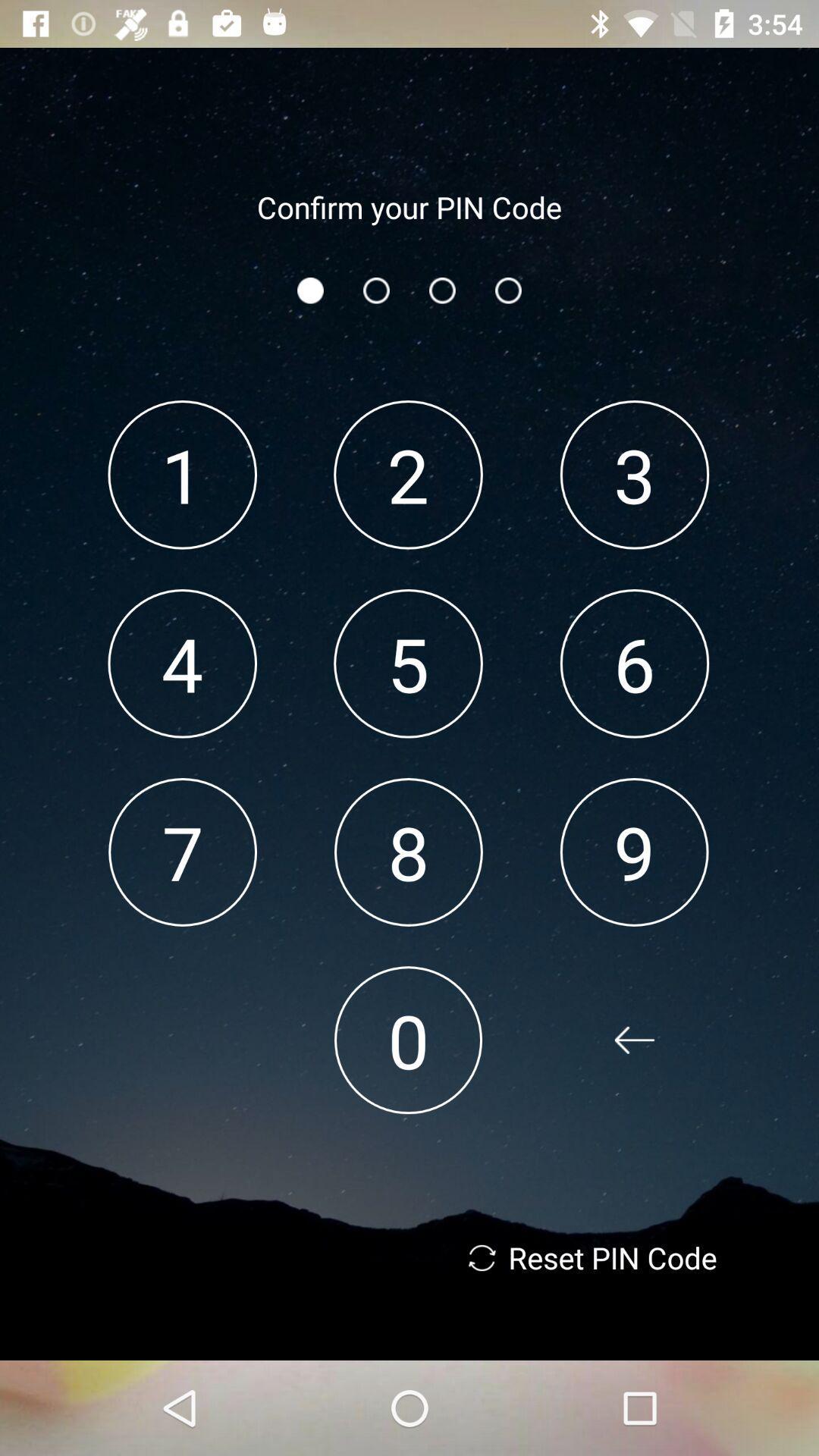  Describe the element at coordinates (635, 474) in the screenshot. I see `3 item` at that location.